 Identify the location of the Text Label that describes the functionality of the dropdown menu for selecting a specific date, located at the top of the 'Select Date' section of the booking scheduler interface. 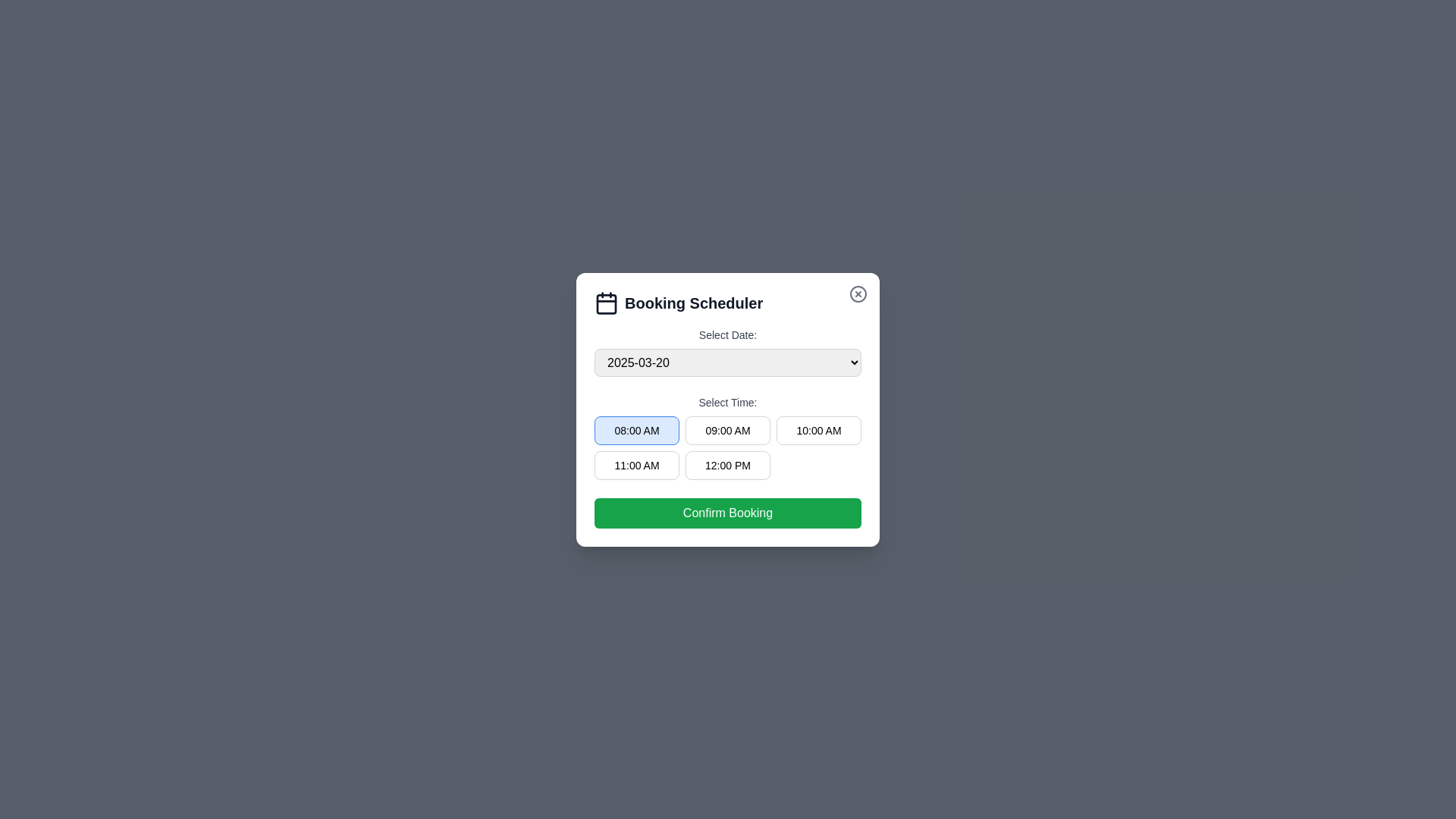
(728, 333).